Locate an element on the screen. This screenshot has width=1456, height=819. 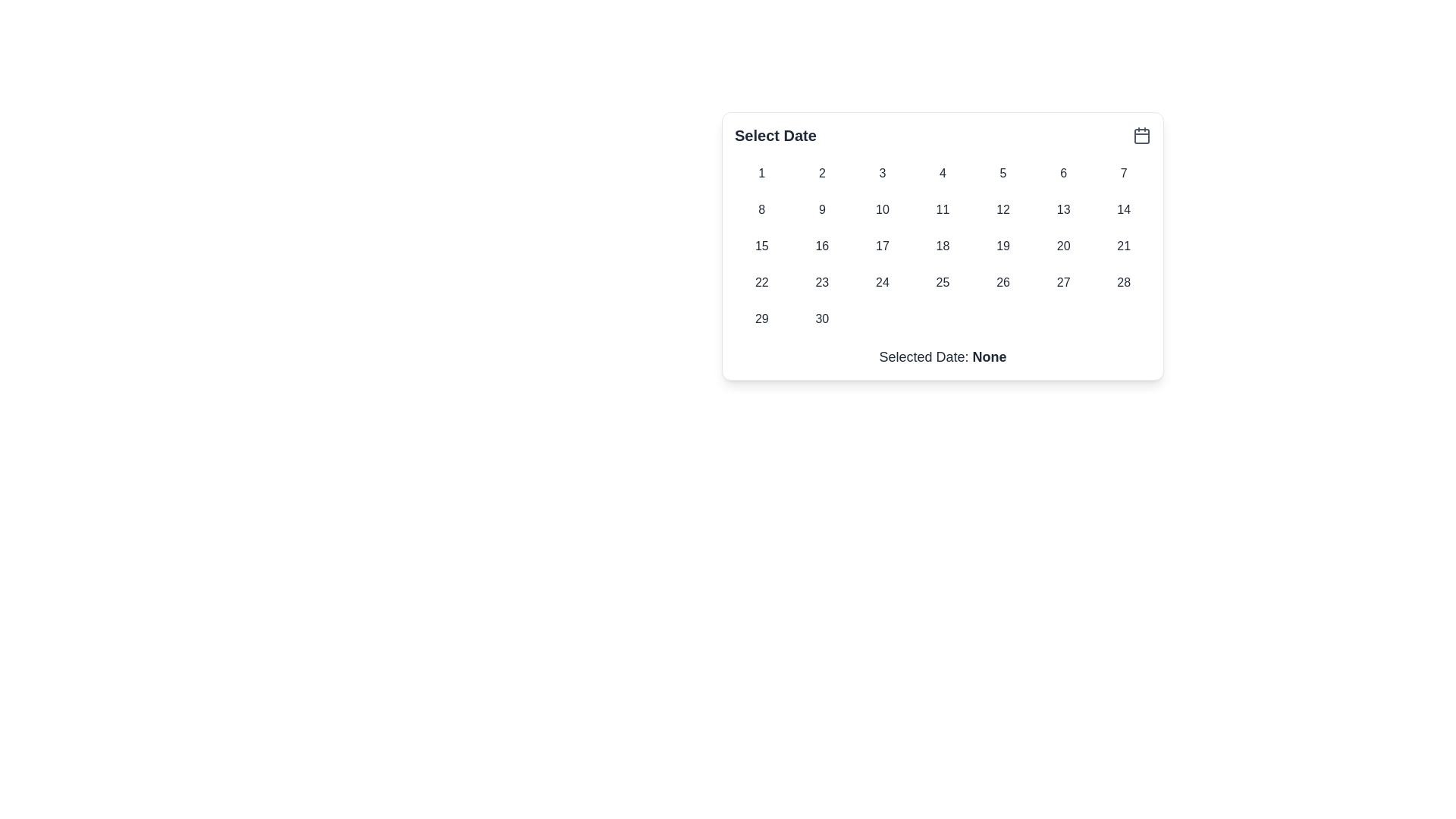
the button-like element displaying the number '30' in the bottom-right corner of the calendar grid is located at coordinates (821, 318).